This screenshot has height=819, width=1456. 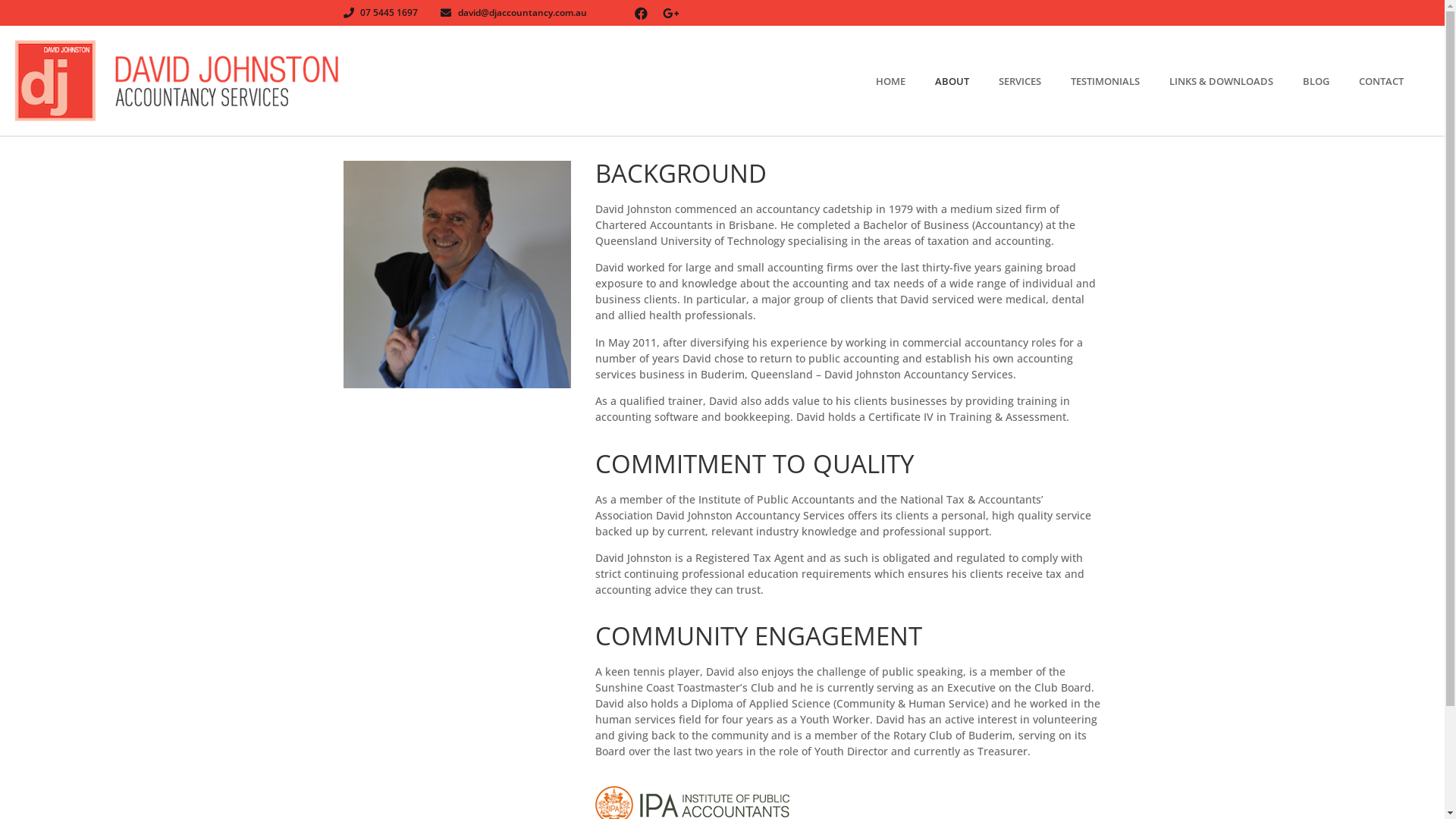 I want to click on '07 5445 1697', so click(x=341, y=12).